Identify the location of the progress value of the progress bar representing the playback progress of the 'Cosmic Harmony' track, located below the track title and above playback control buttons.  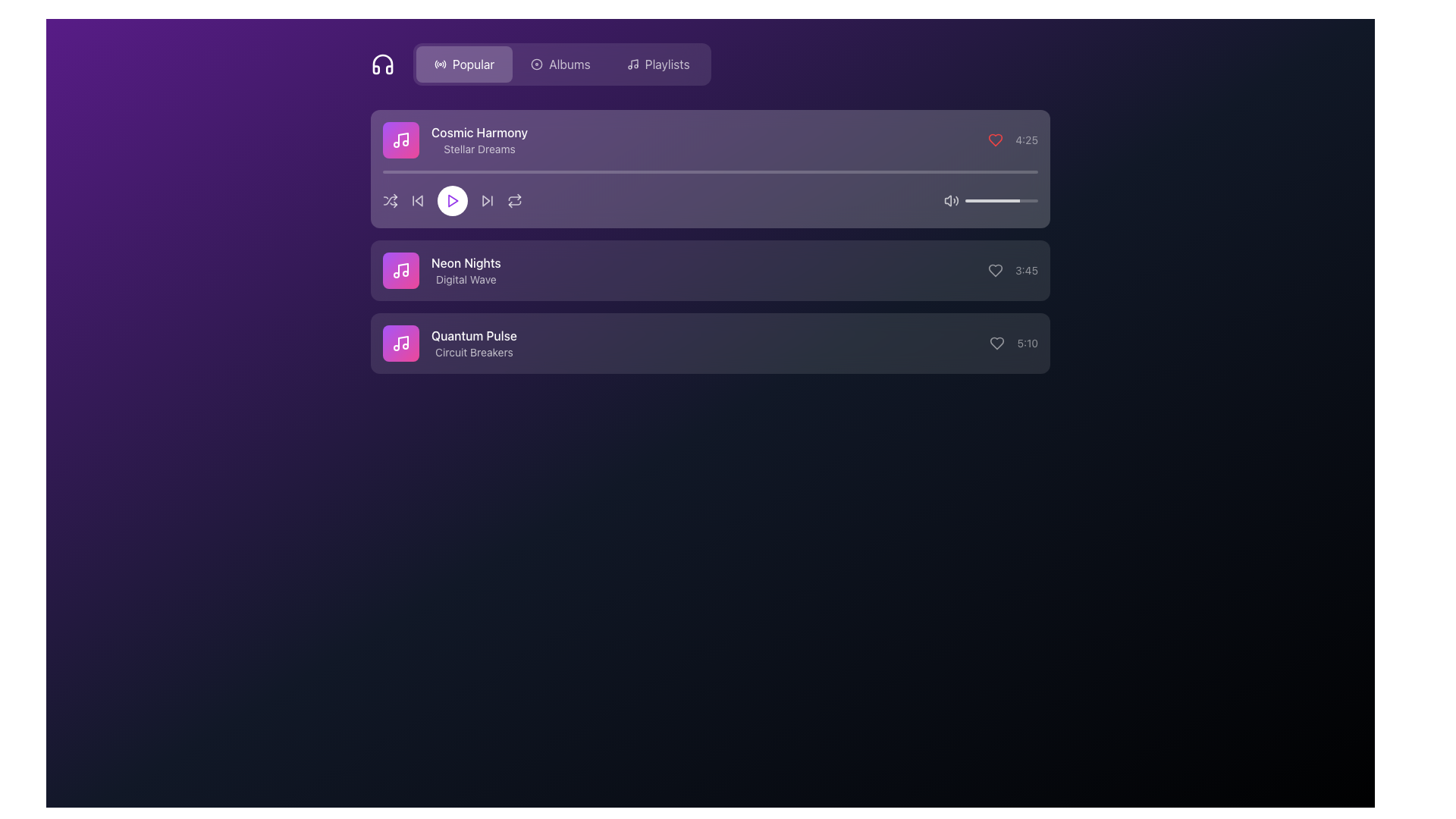
(709, 192).